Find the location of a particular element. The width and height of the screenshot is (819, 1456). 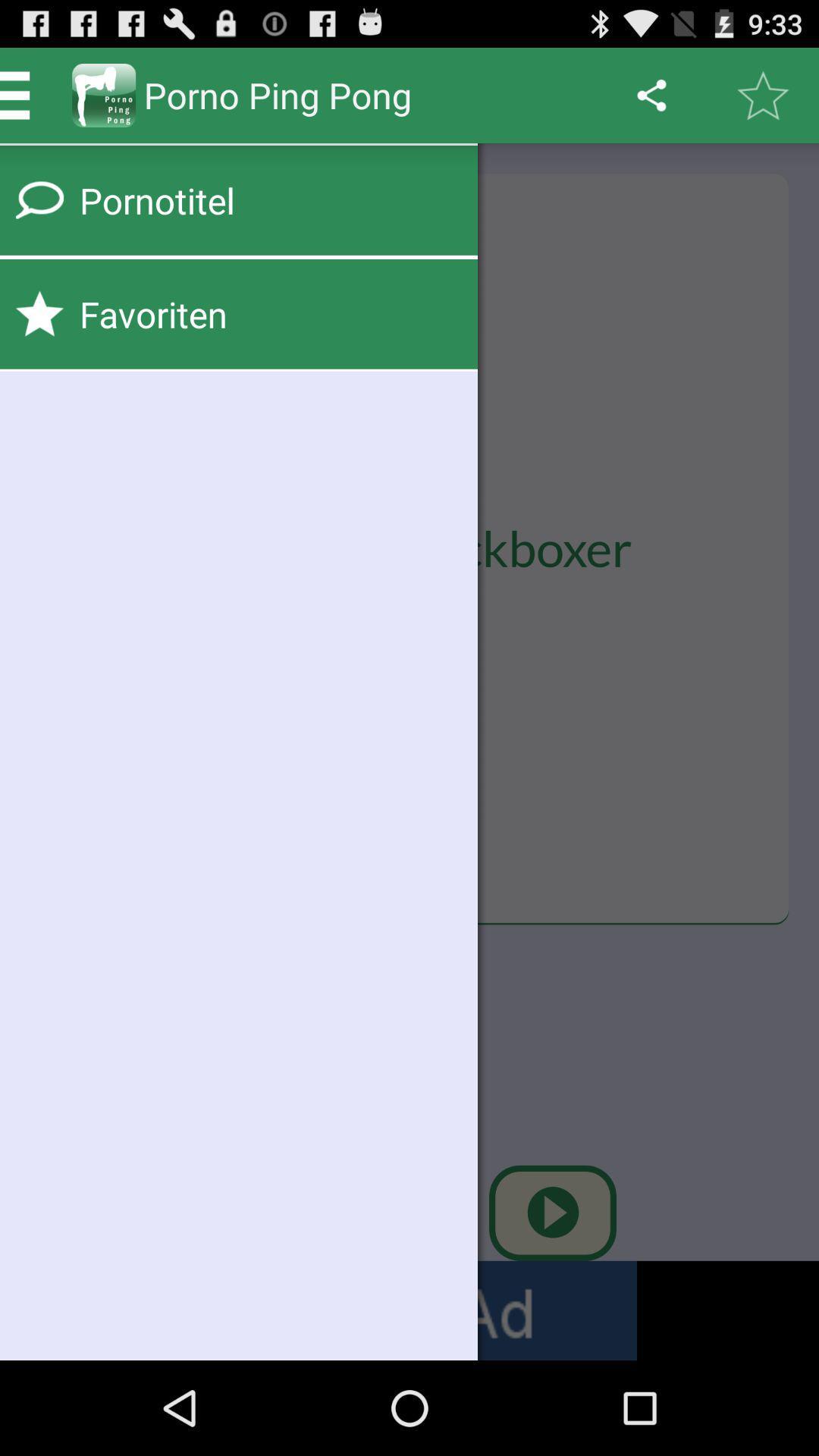

the icon on the right next to the button which which is on the top left corner of the web page is located at coordinates (103, 94).